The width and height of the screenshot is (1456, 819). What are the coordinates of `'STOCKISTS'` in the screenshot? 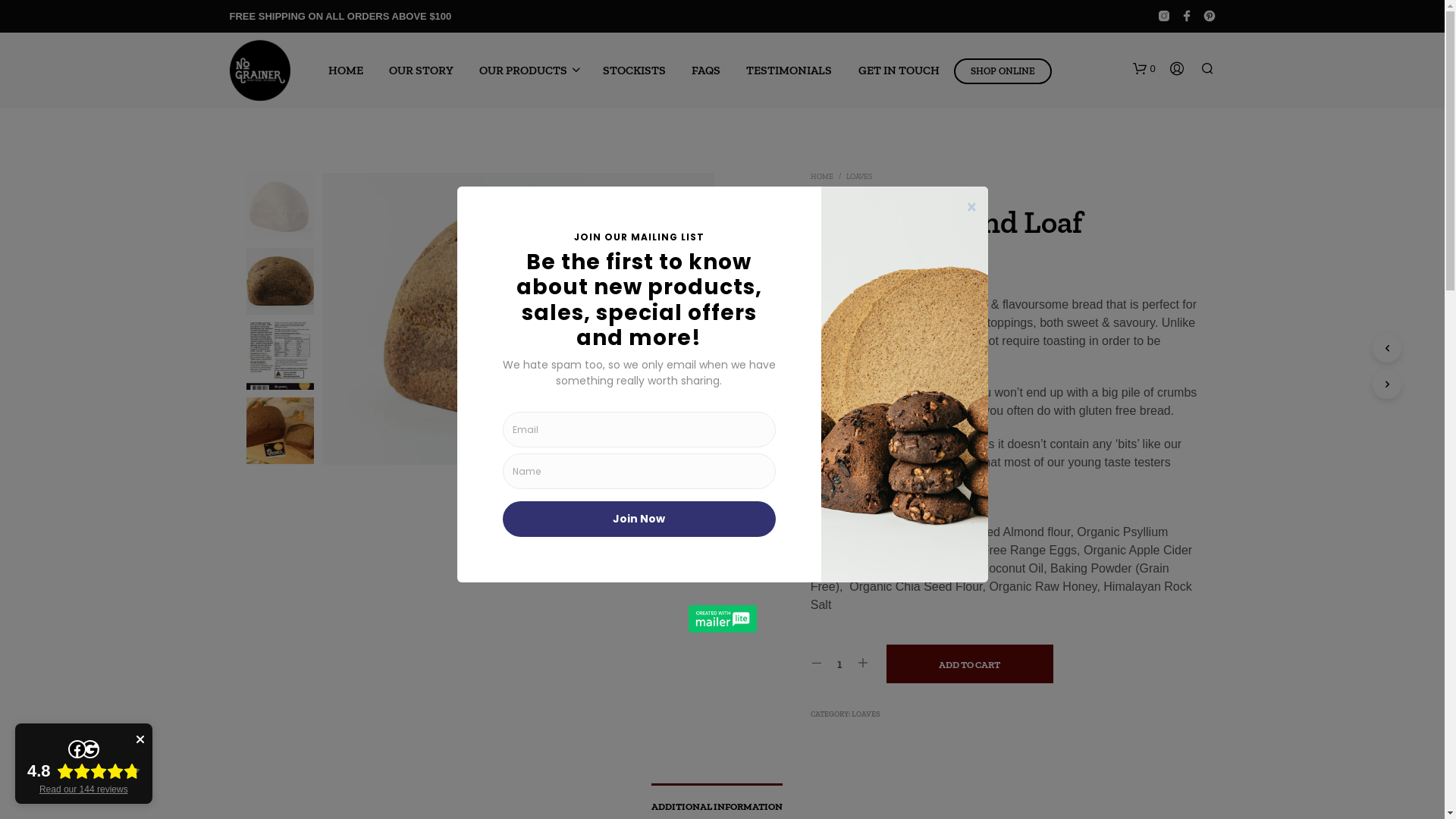 It's located at (634, 70).